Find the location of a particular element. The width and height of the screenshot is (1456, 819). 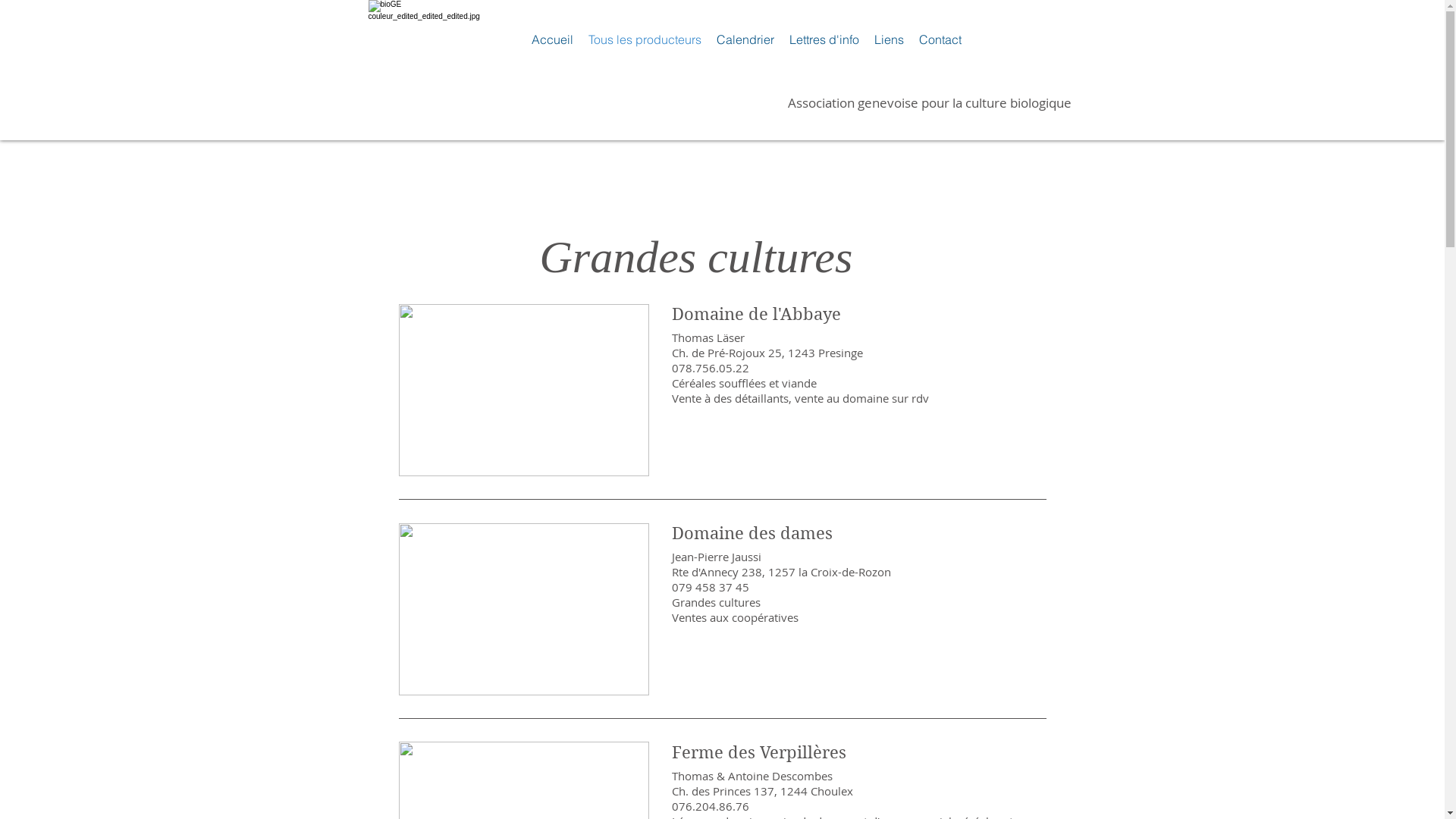

'Accueil' is located at coordinates (551, 38).